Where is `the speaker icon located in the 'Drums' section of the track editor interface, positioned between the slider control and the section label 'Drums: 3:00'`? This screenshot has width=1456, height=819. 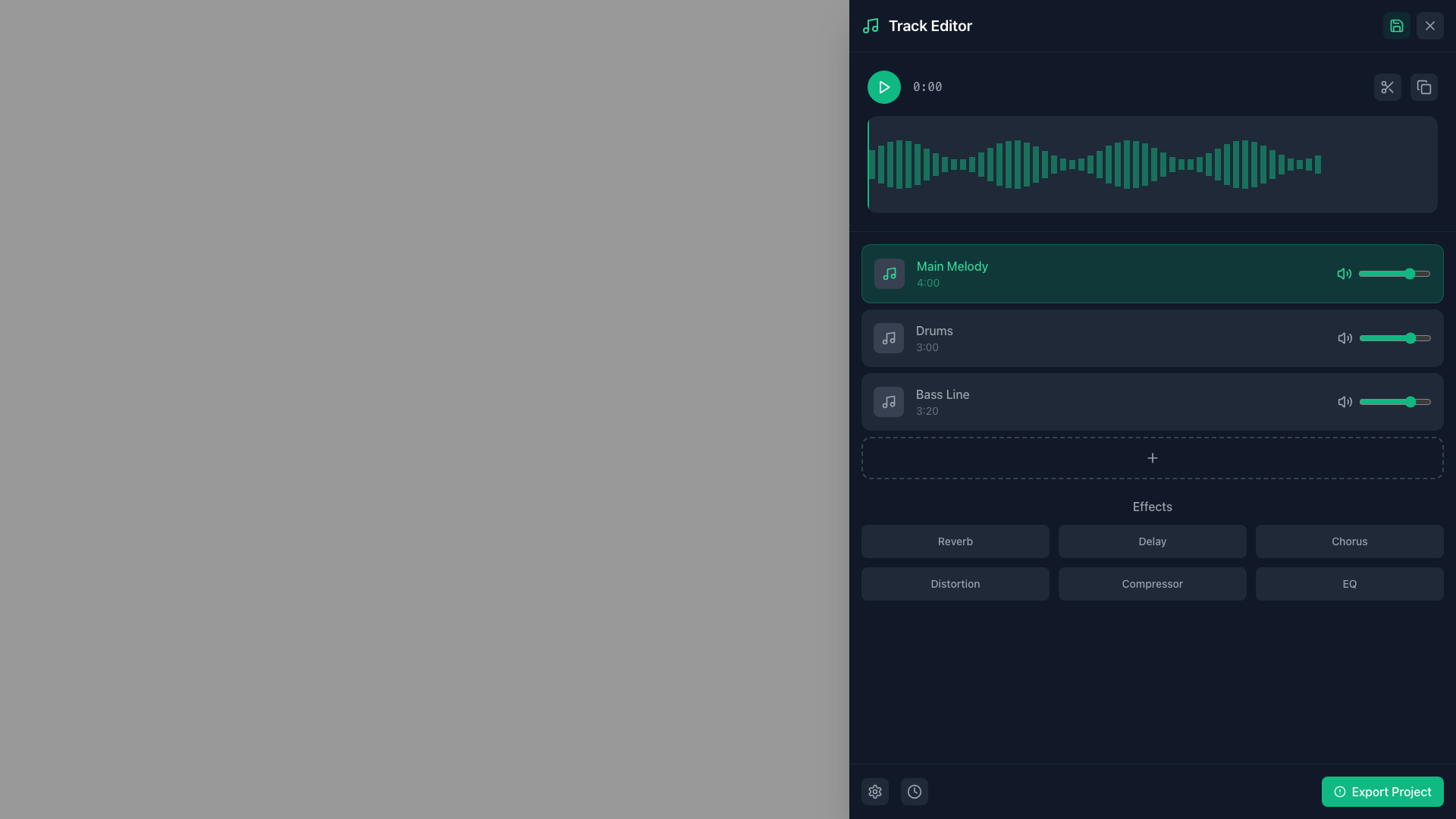
the speaker icon located in the 'Drums' section of the track editor interface, positioned between the slider control and the section label 'Drums: 3:00' is located at coordinates (1345, 337).